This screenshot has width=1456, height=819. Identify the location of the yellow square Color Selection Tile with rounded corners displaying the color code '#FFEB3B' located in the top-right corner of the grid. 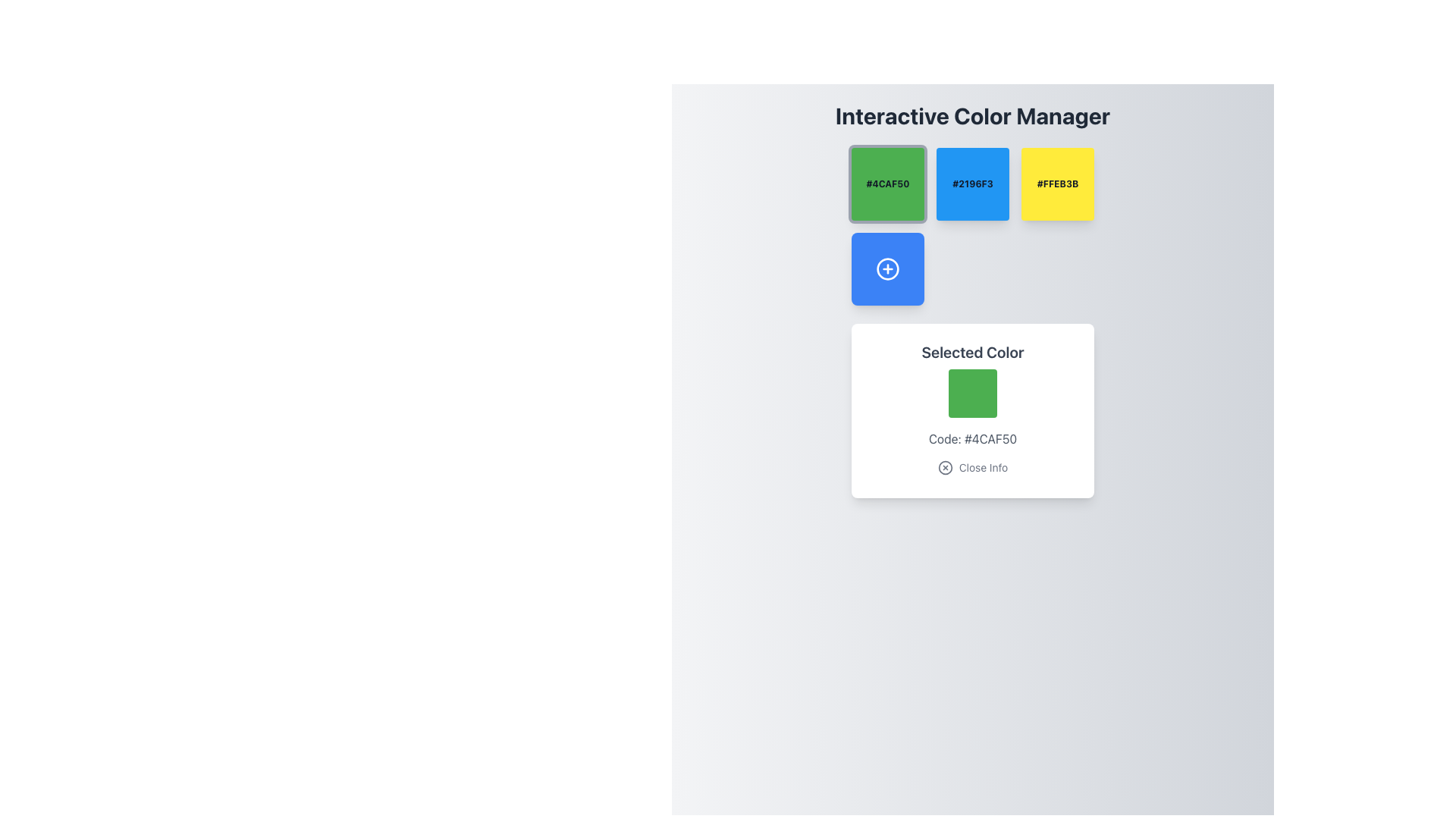
(1057, 184).